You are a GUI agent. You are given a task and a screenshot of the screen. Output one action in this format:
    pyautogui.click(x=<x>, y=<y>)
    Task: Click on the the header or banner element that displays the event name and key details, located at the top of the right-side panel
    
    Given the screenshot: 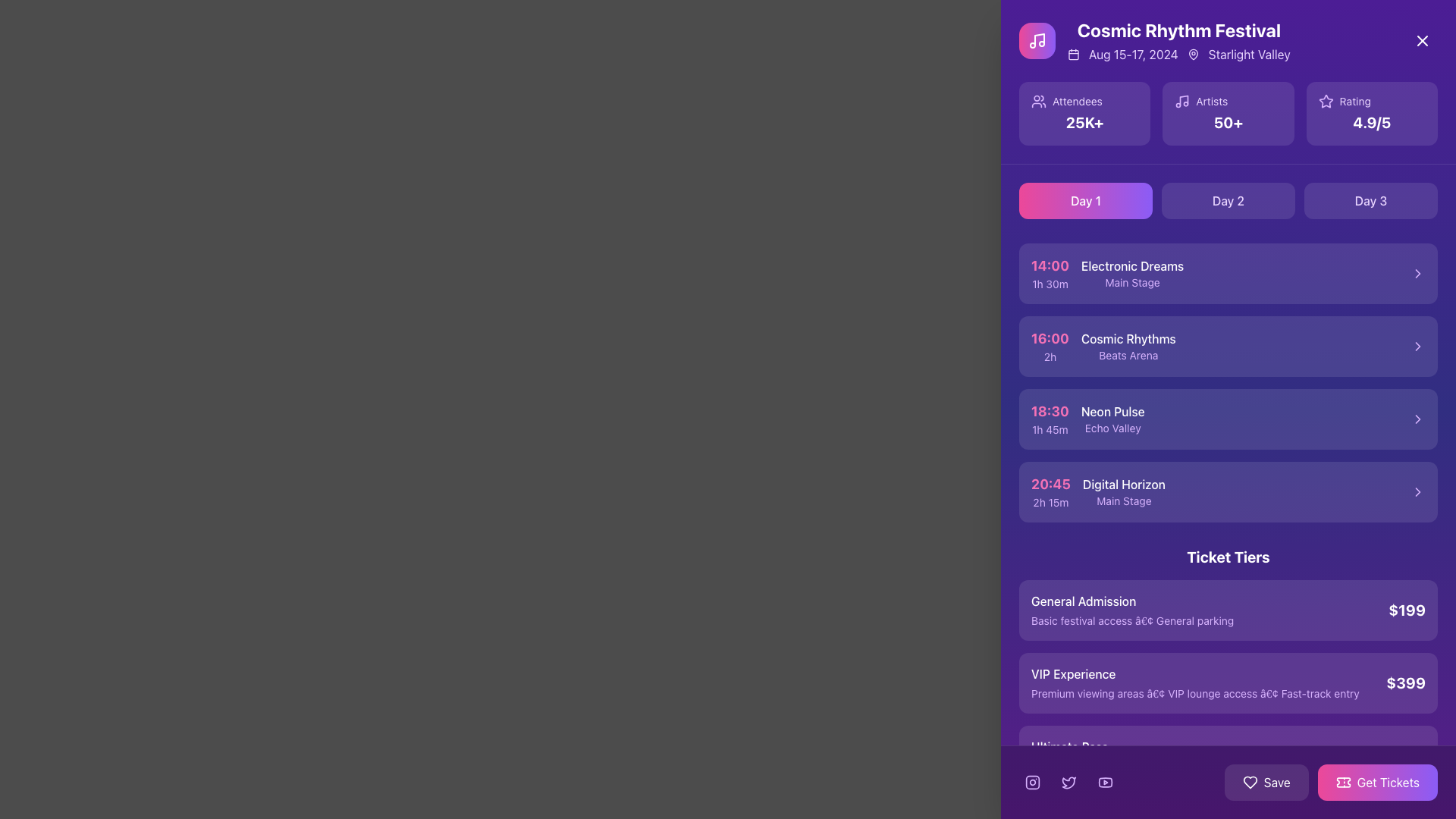 What is the action you would take?
    pyautogui.click(x=1153, y=40)
    